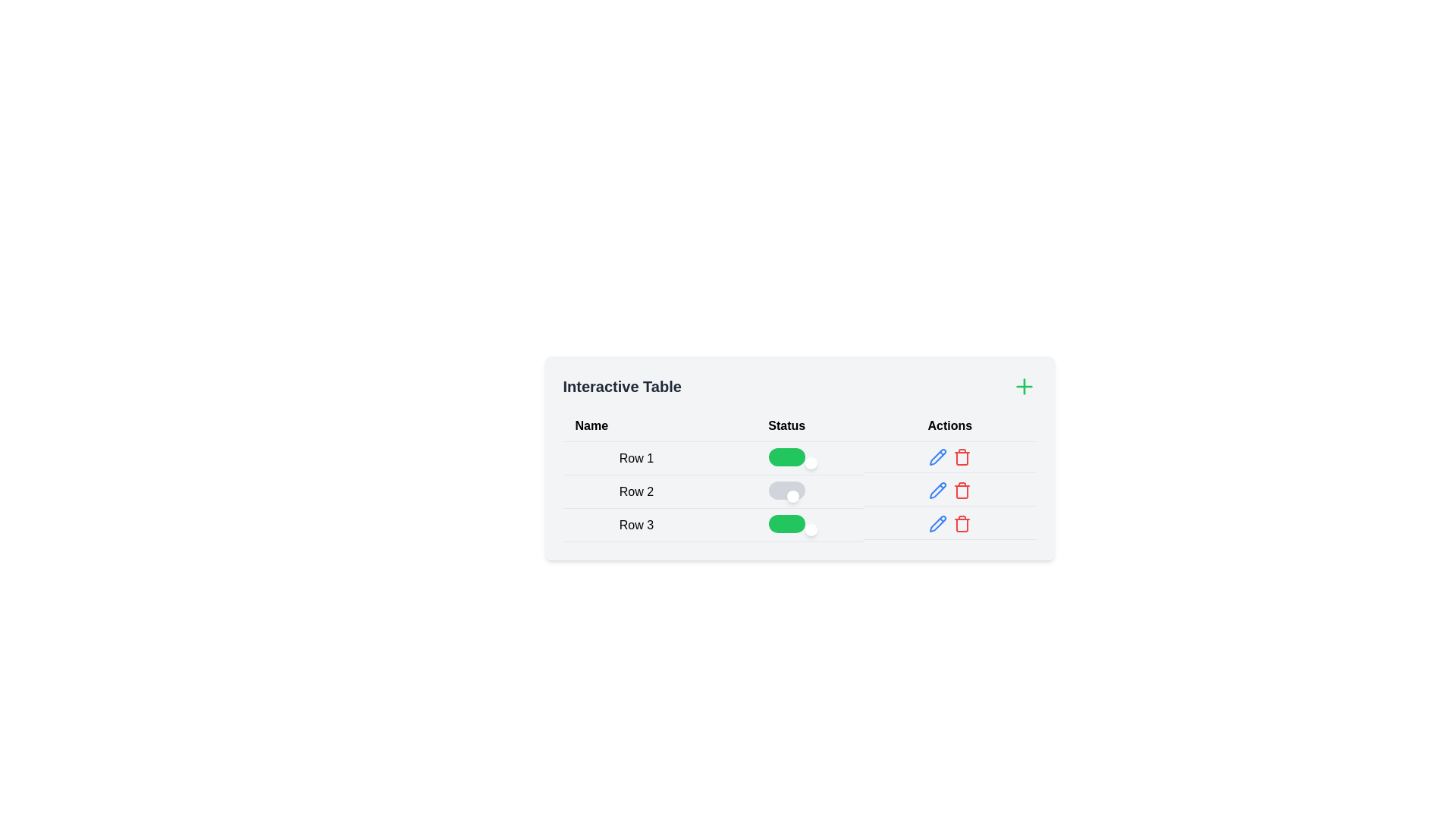  What do you see at coordinates (961, 456) in the screenshot?
I see `the trashcan icon in the Actions column of the first row of the table` at bounding box center [961, 456].